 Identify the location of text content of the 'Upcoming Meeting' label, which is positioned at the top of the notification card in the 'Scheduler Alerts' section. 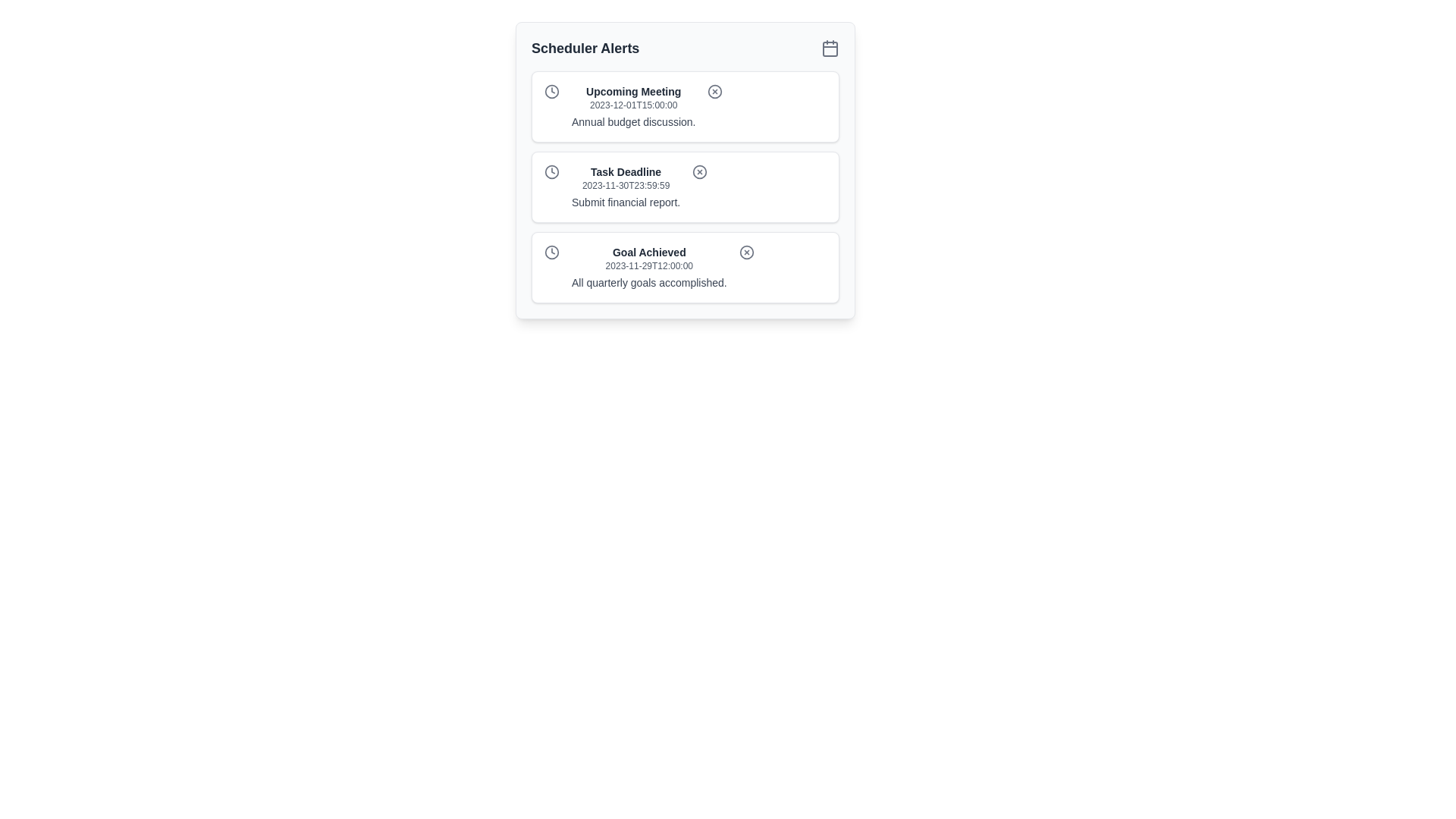
(633, 91).